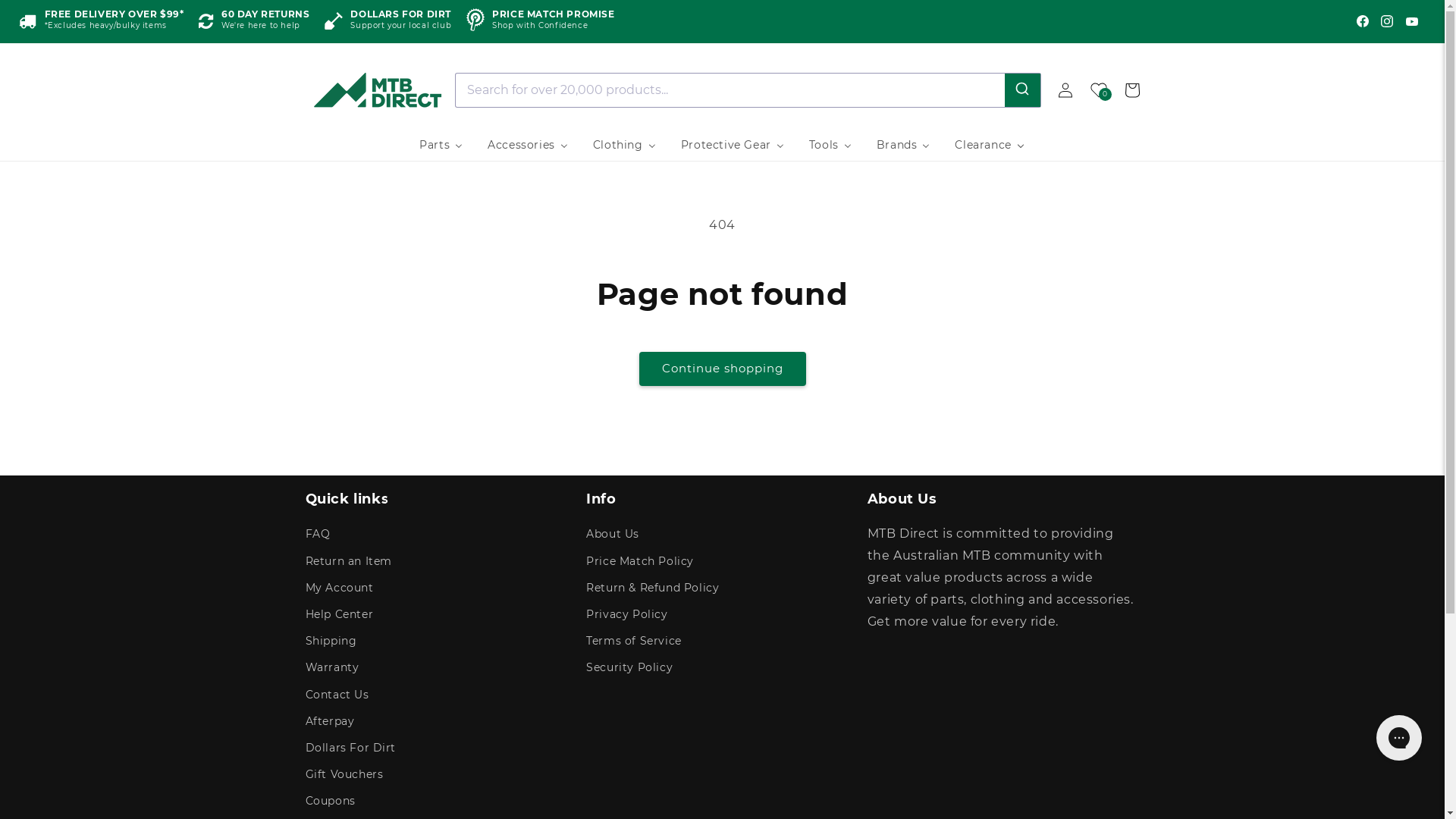  I want to click on 'Cart', so click(1131, 89).